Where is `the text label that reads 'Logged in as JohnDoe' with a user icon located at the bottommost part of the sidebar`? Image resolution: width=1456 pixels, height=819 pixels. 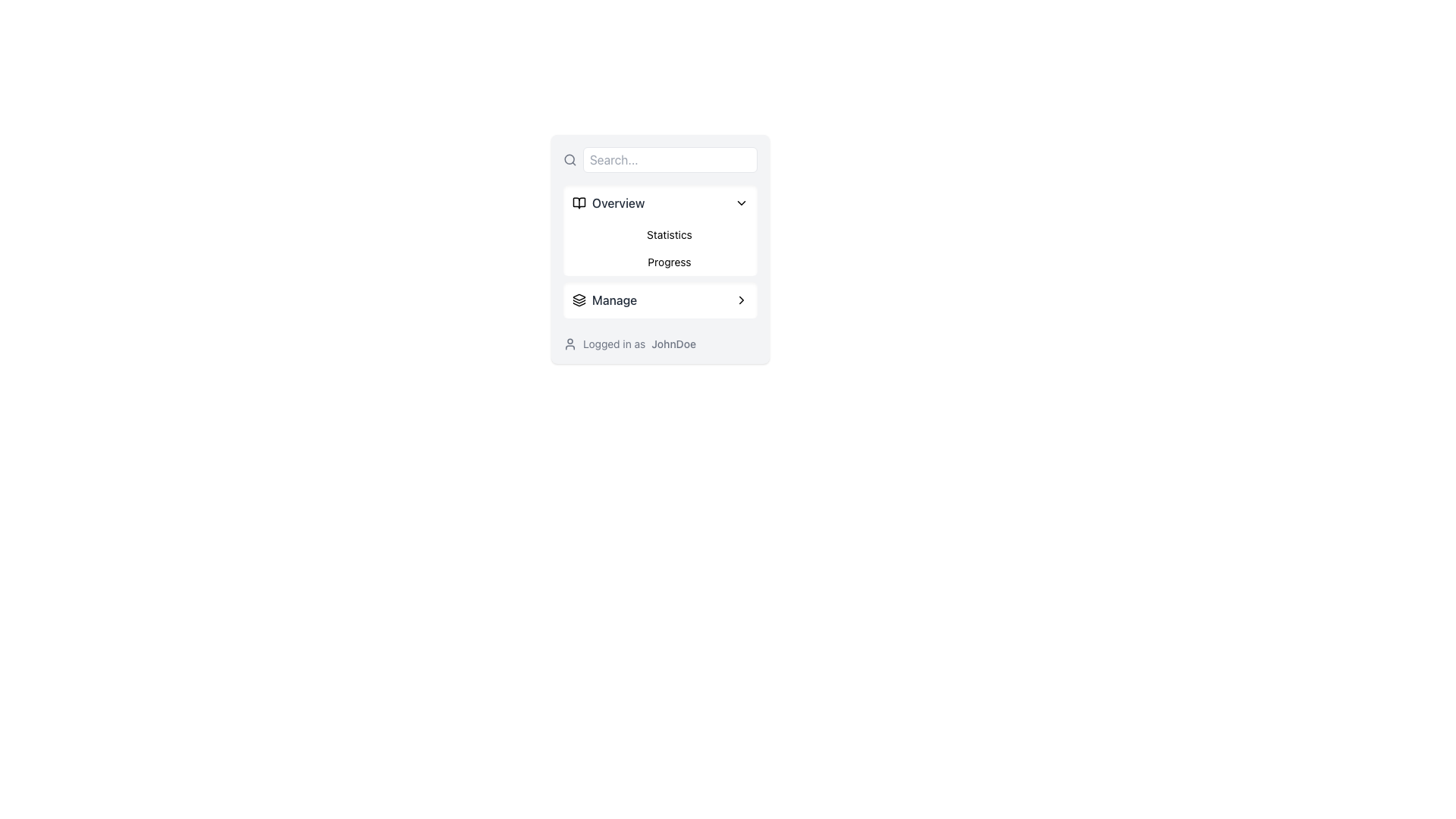
the text label that reads 'Logged in as JohnDoe' with a user icon located at the bottommost part of the sidebar is located at coordinates (660, 344).